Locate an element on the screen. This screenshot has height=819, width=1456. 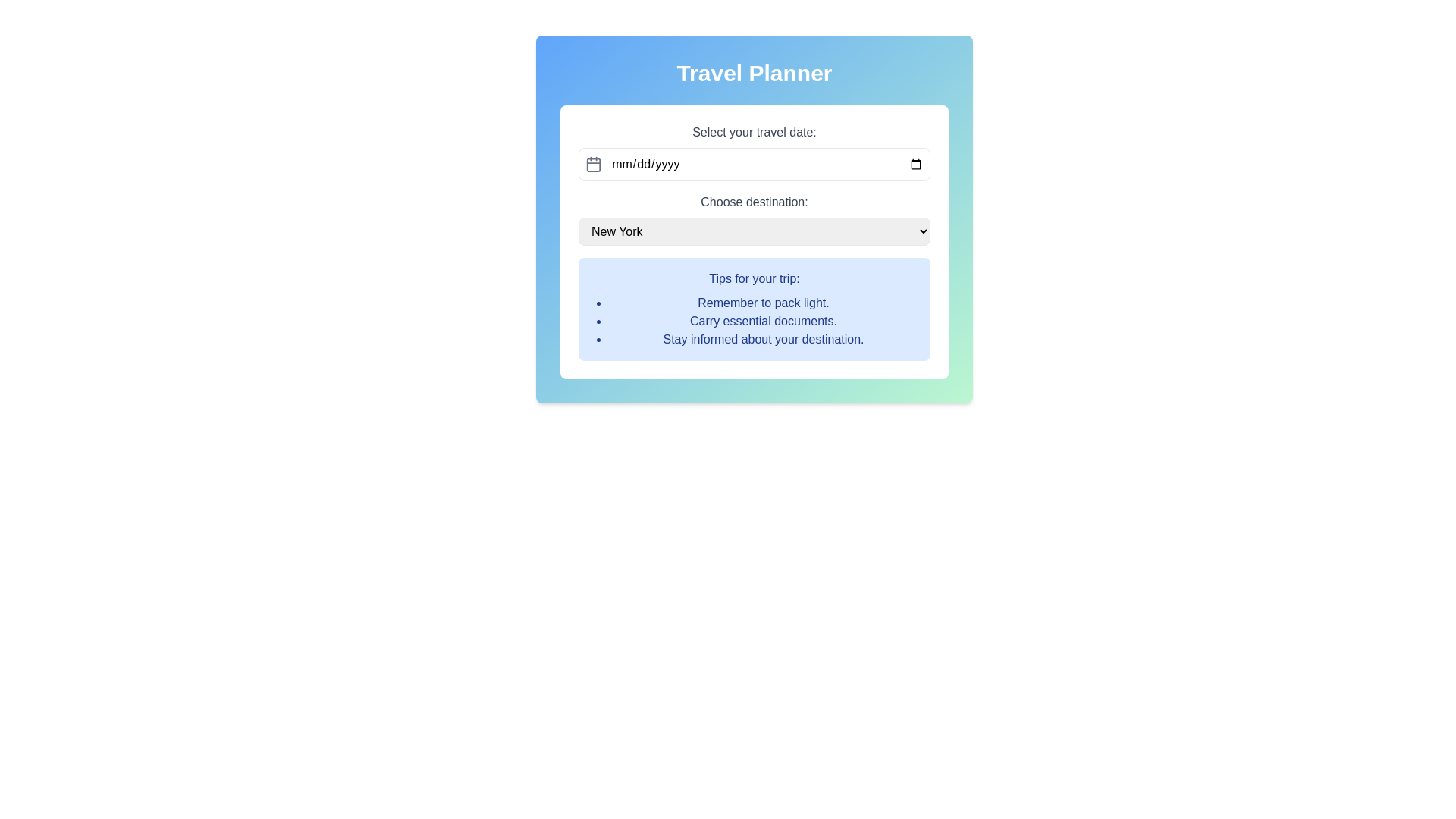
the text display element that contains the text 'Carry essential documents.' which is the second item in the list under 'Tips for your trip' is located at coordinates (764, 321).